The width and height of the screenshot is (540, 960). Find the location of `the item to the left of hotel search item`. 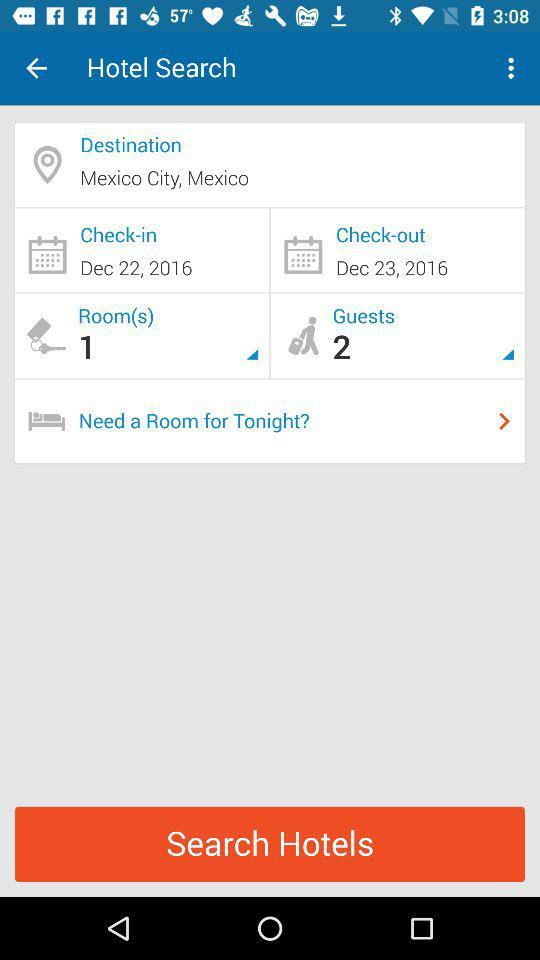

the item to the left of hotel search item is located at coordinates (36, 68).